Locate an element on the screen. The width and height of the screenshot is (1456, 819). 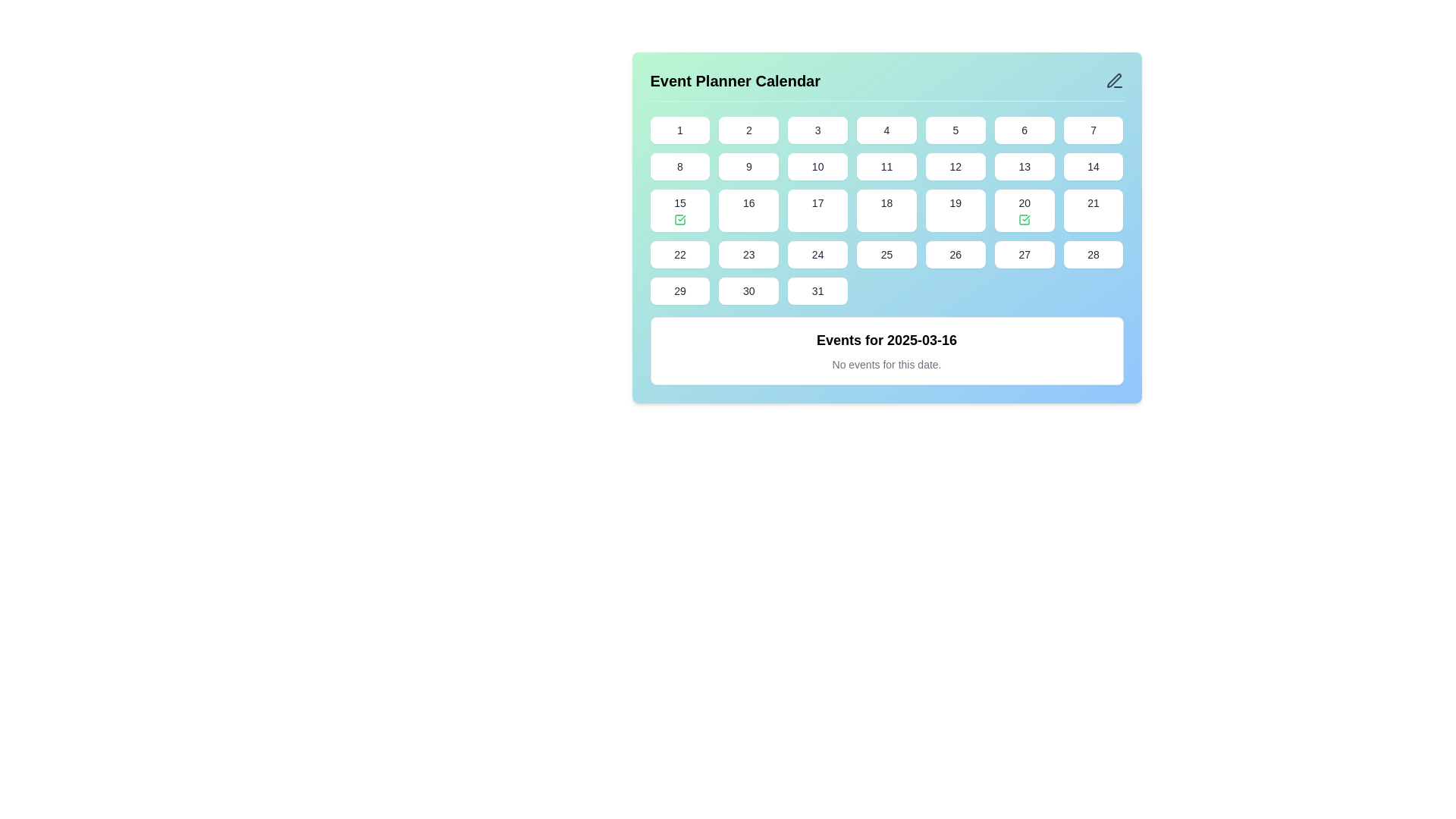
the button labeled '12' in the calendar interface is located at coordinates (955, 166).